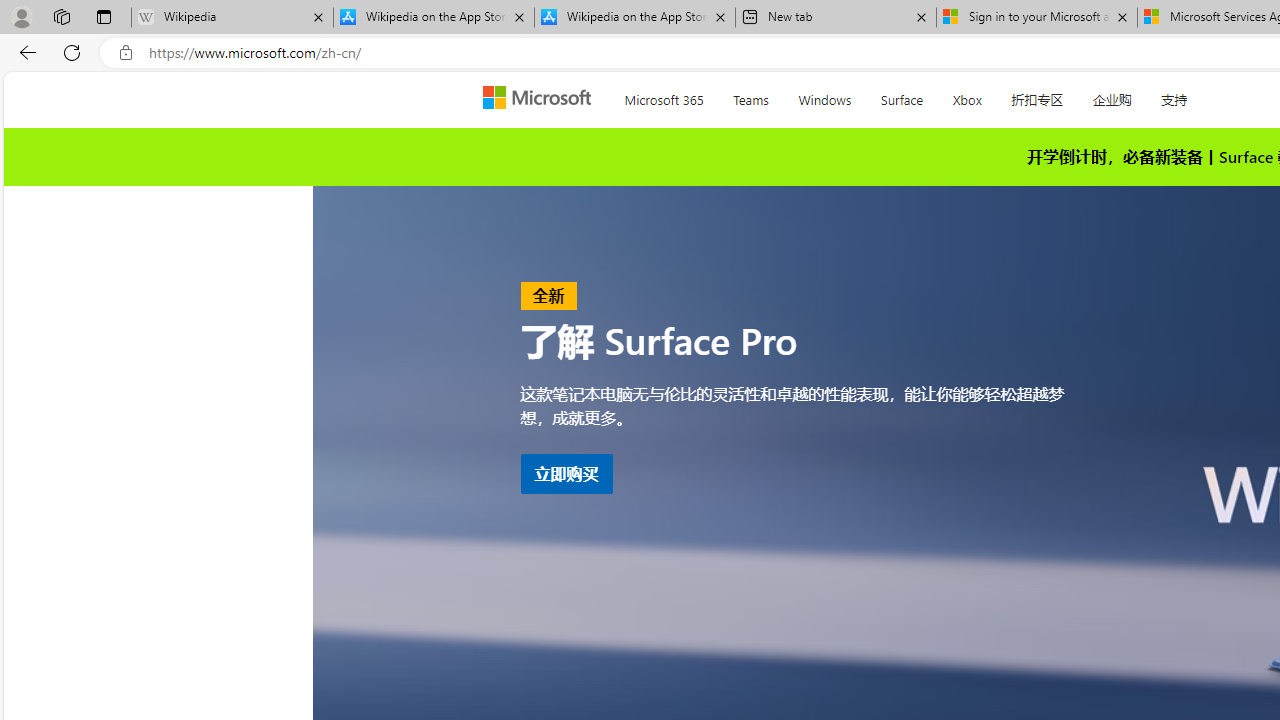 This screenshot has height=720, width=1280. Describe the element at coordinates (232, 17) in the screenshot. I see `'Wikipedia - Sleeping'` at that location.